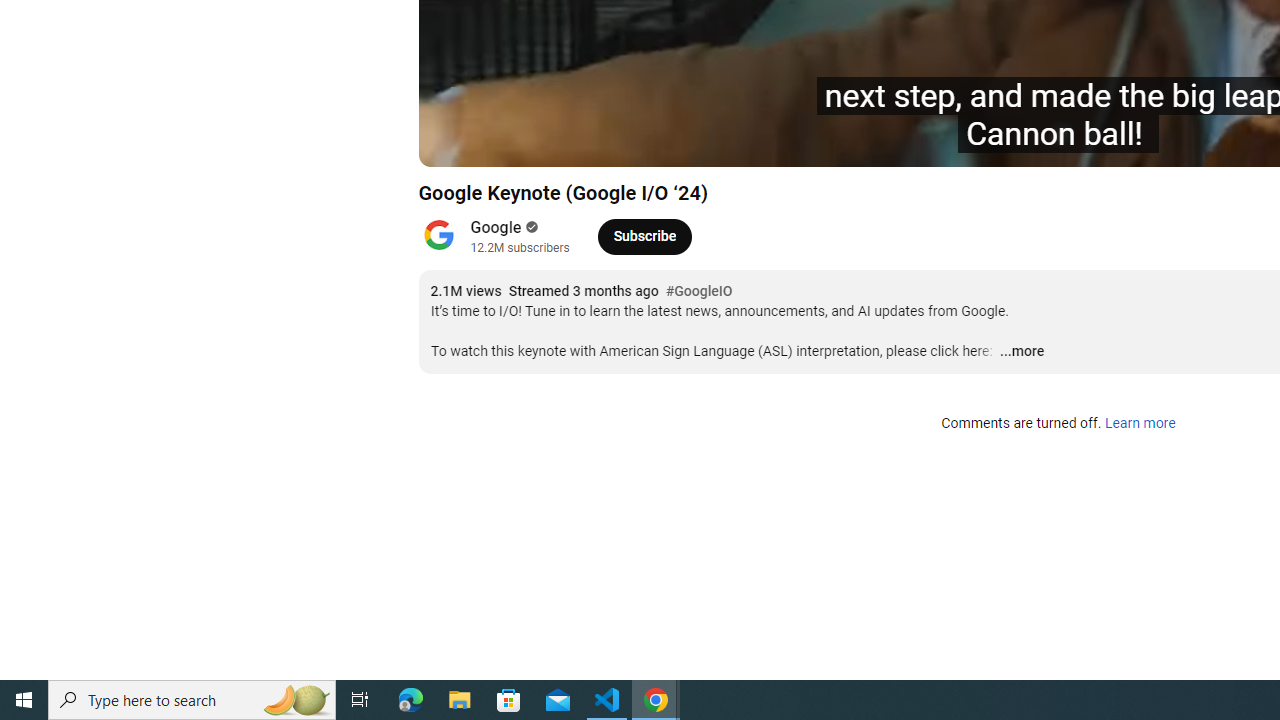 The image size is (1280, 720). Describe the element at coordinates (699, 291) in the screenshot. I see `'#GoogleIO'` at that location.